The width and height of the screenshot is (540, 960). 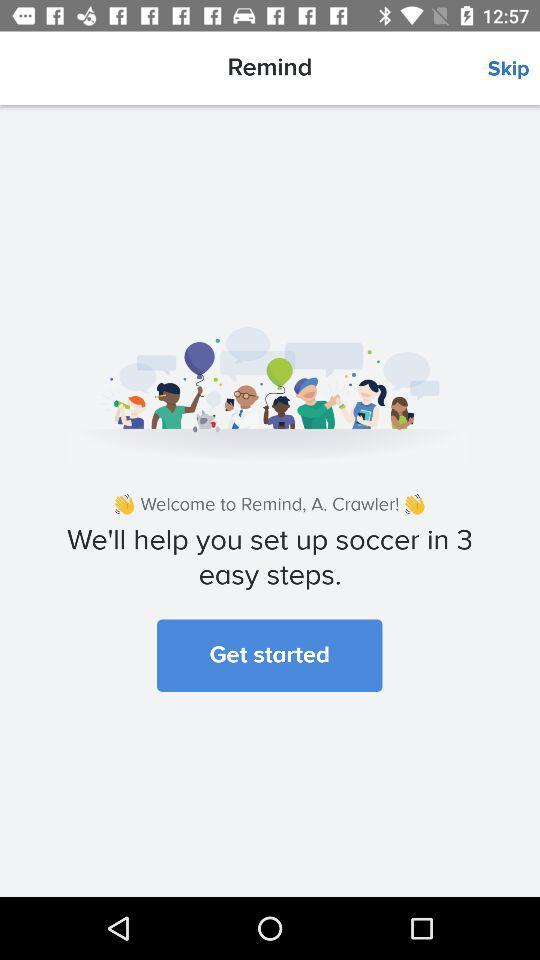 I want to click on icon below we ll help, so click(x=269, y=654).